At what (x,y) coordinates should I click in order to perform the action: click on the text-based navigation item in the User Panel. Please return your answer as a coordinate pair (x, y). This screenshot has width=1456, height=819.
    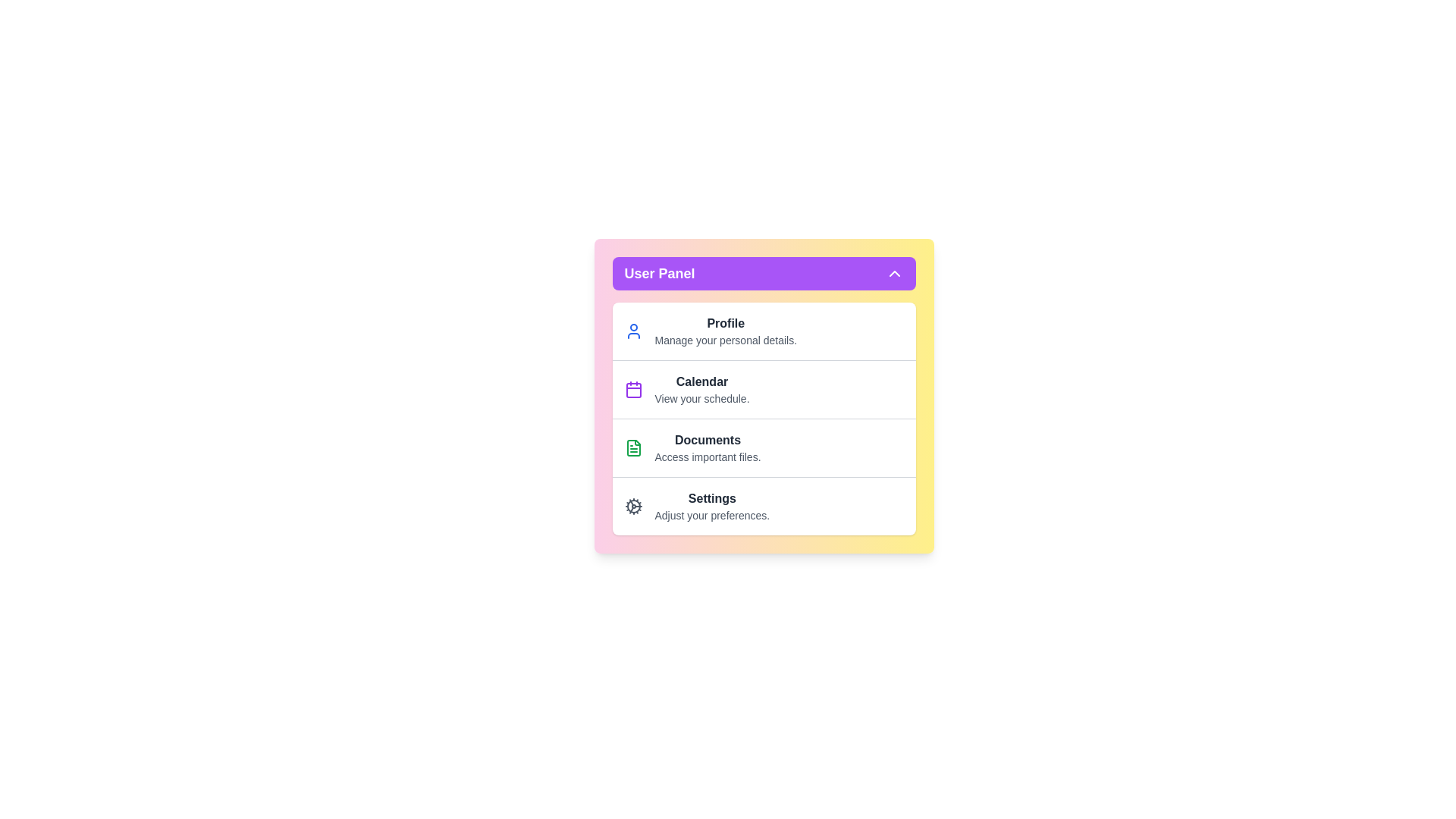
    Looking at the image, I should click on (707, 447).